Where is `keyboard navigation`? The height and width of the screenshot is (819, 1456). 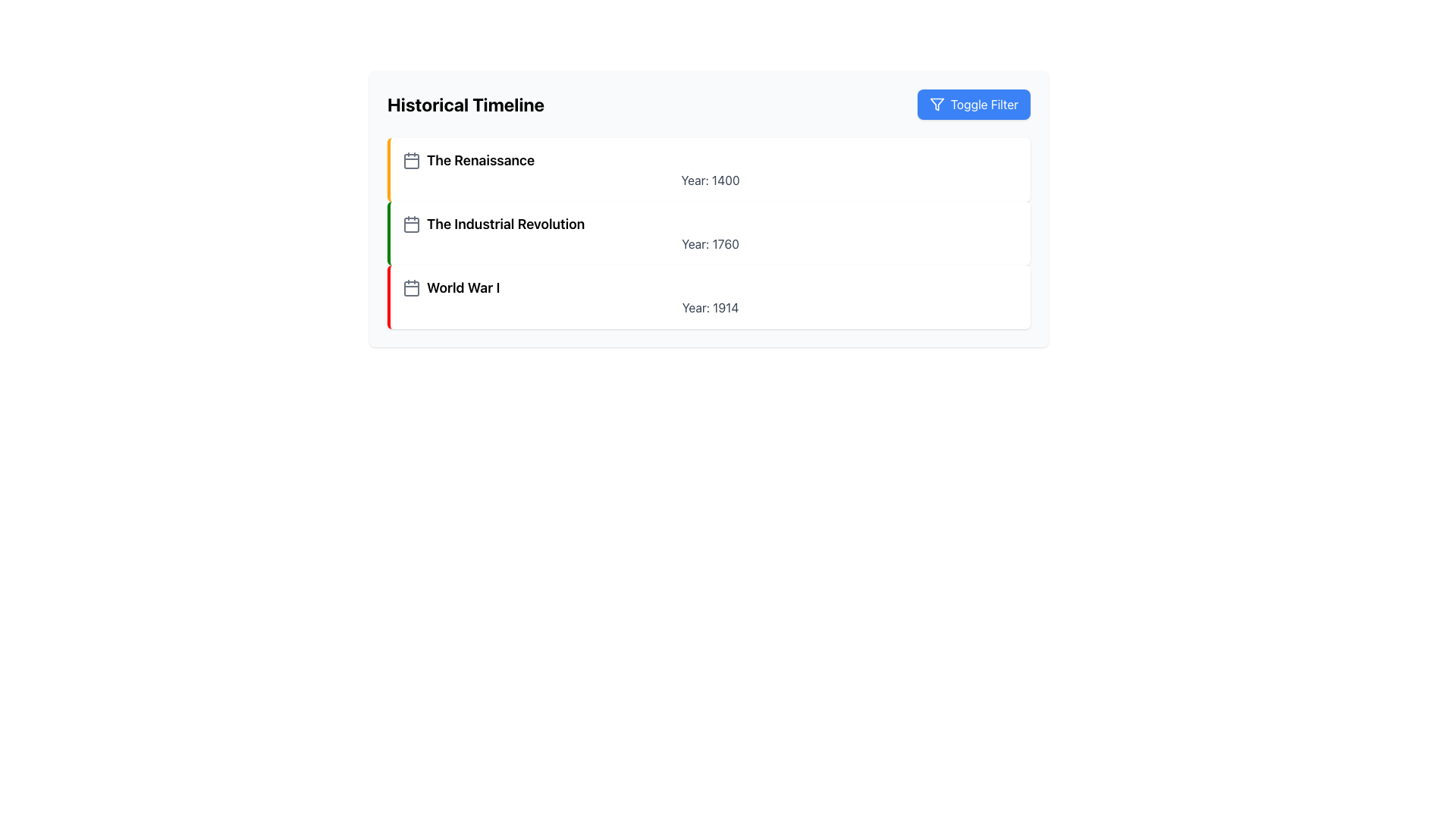
keyboard navigation is located at coordinates (709, 307).